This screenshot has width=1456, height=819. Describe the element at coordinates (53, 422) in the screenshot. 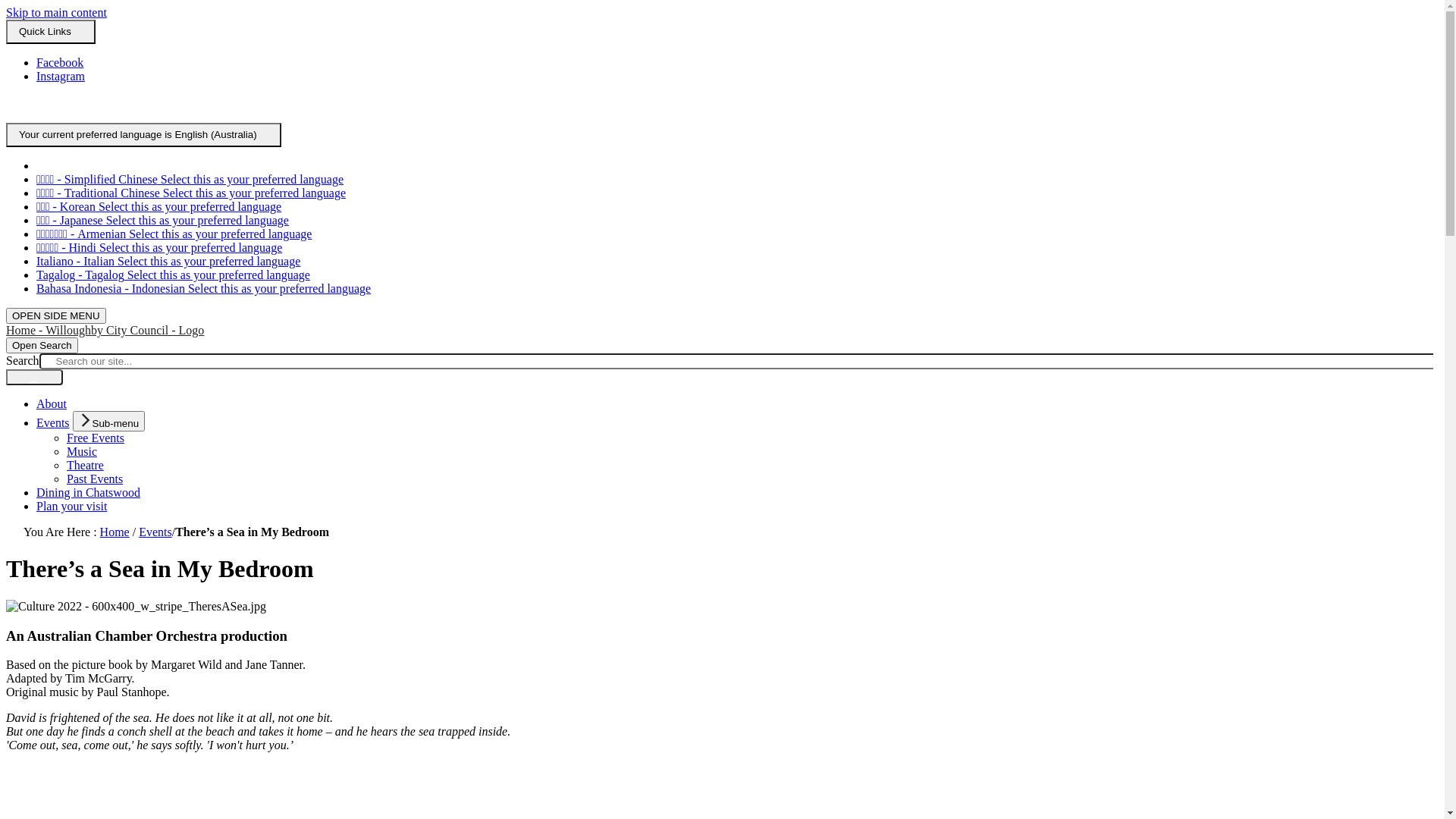

I see `'Events'` at that location.